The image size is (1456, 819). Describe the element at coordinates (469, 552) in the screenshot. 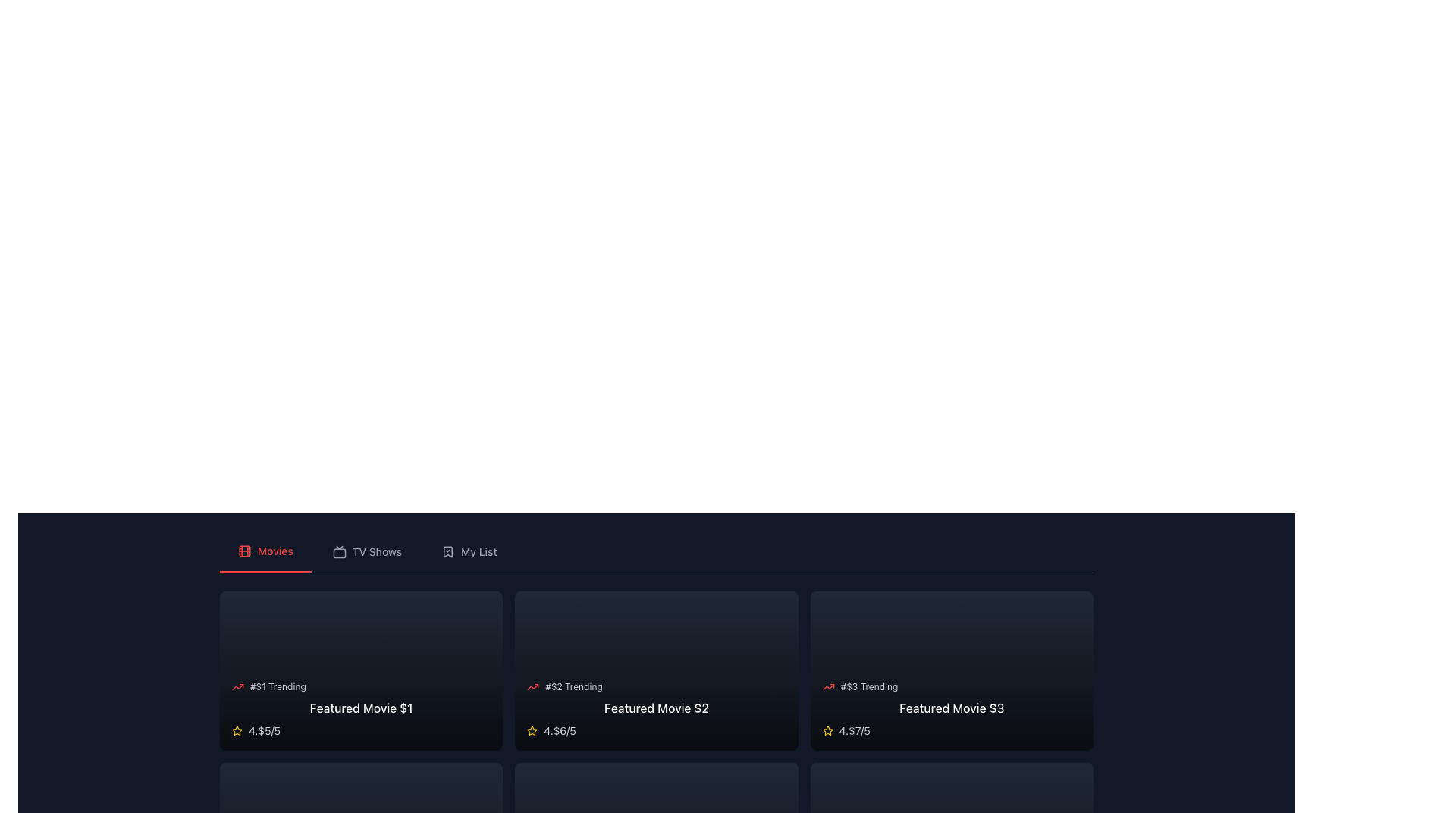

I see `the 'My List' button, which features a bookmark icon with a checkmark` at that location.